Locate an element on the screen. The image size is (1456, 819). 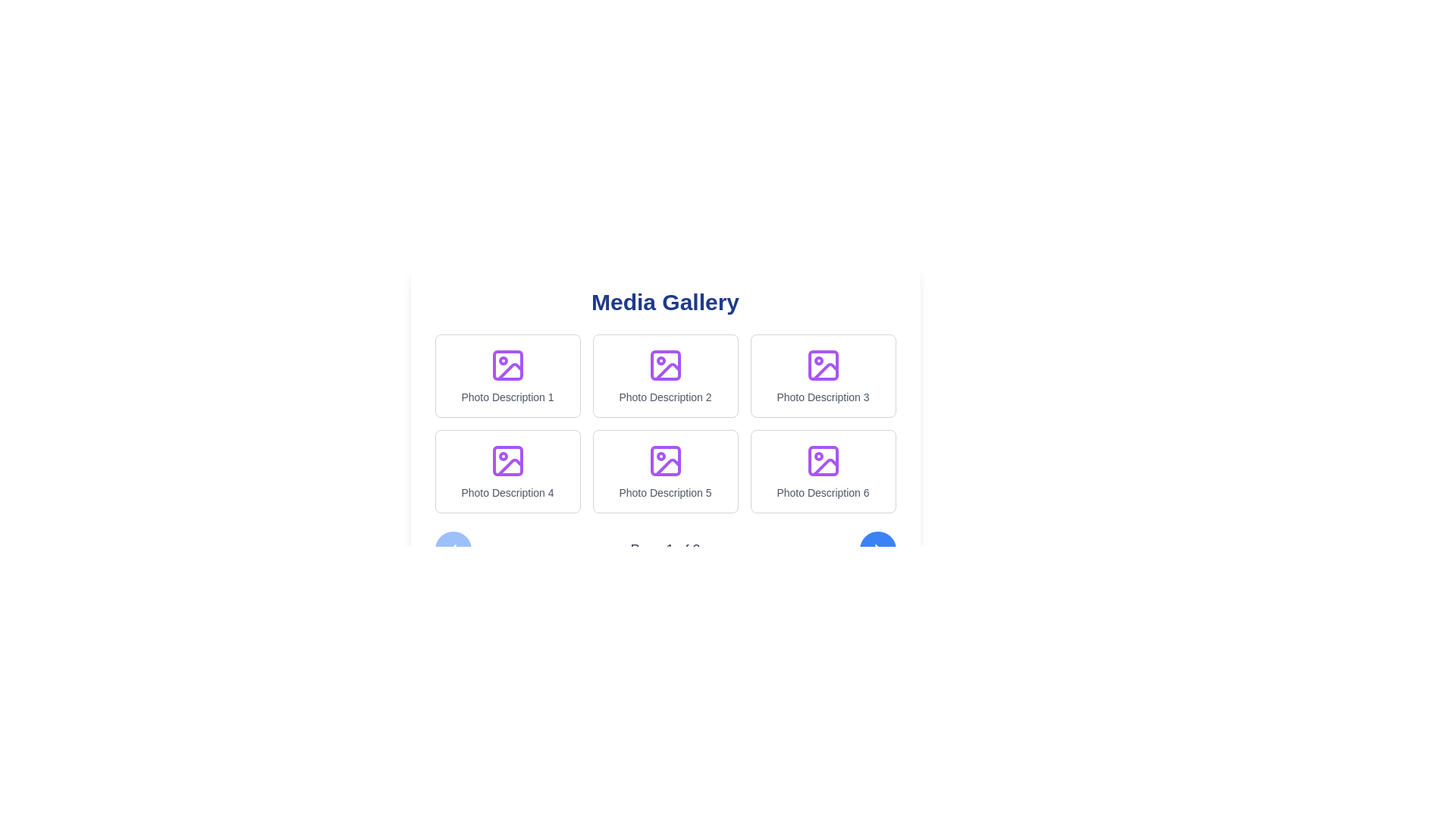
the graphical decoration element within the fourth thumbnail of the 'Media Gallery' grid, associated with 'Photo Description 4' is located at coordinates (507, 460).